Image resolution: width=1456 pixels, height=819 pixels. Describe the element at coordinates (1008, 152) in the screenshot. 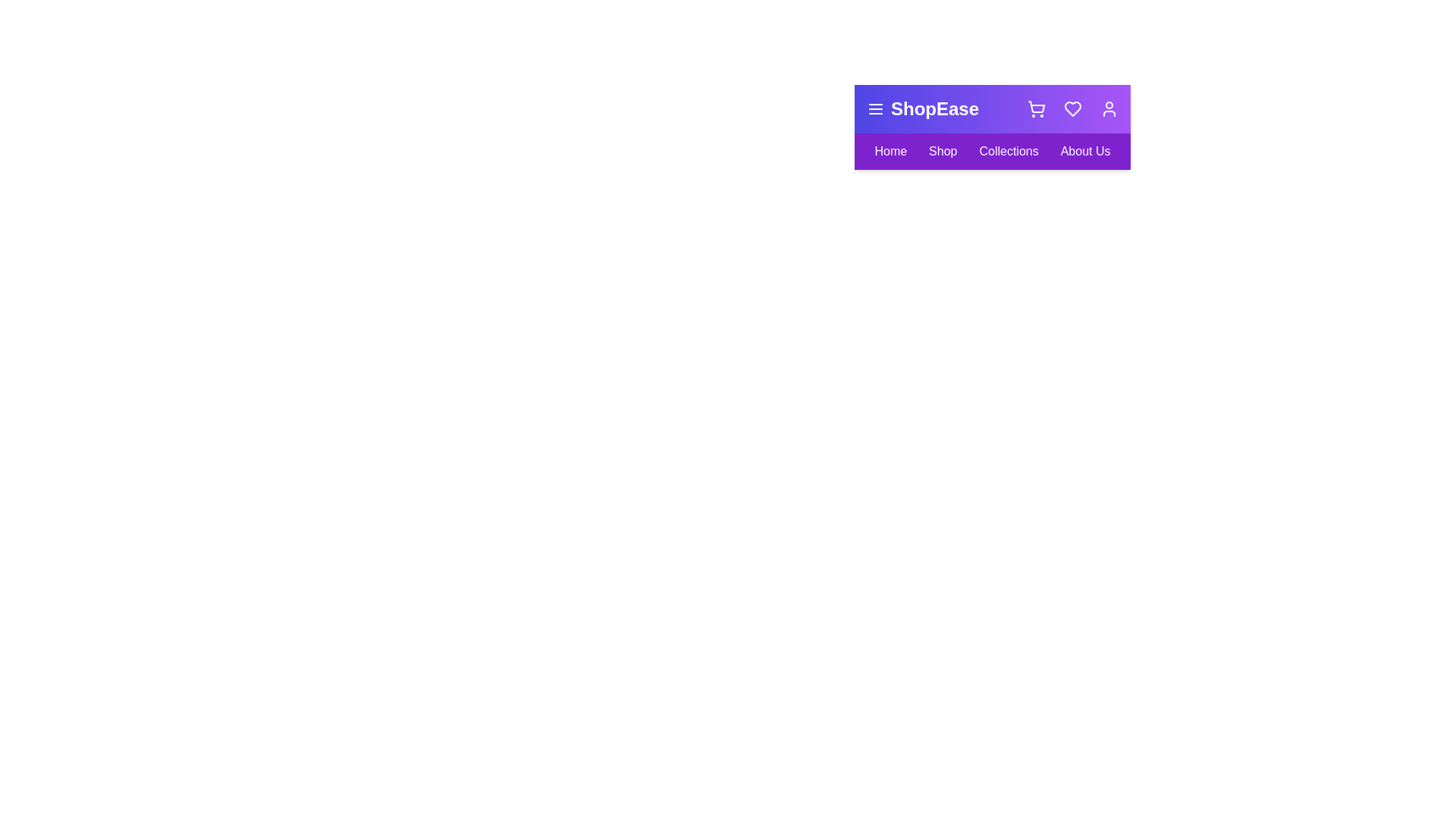

I see `the 'Collections' link in the navigation bar` at that location.